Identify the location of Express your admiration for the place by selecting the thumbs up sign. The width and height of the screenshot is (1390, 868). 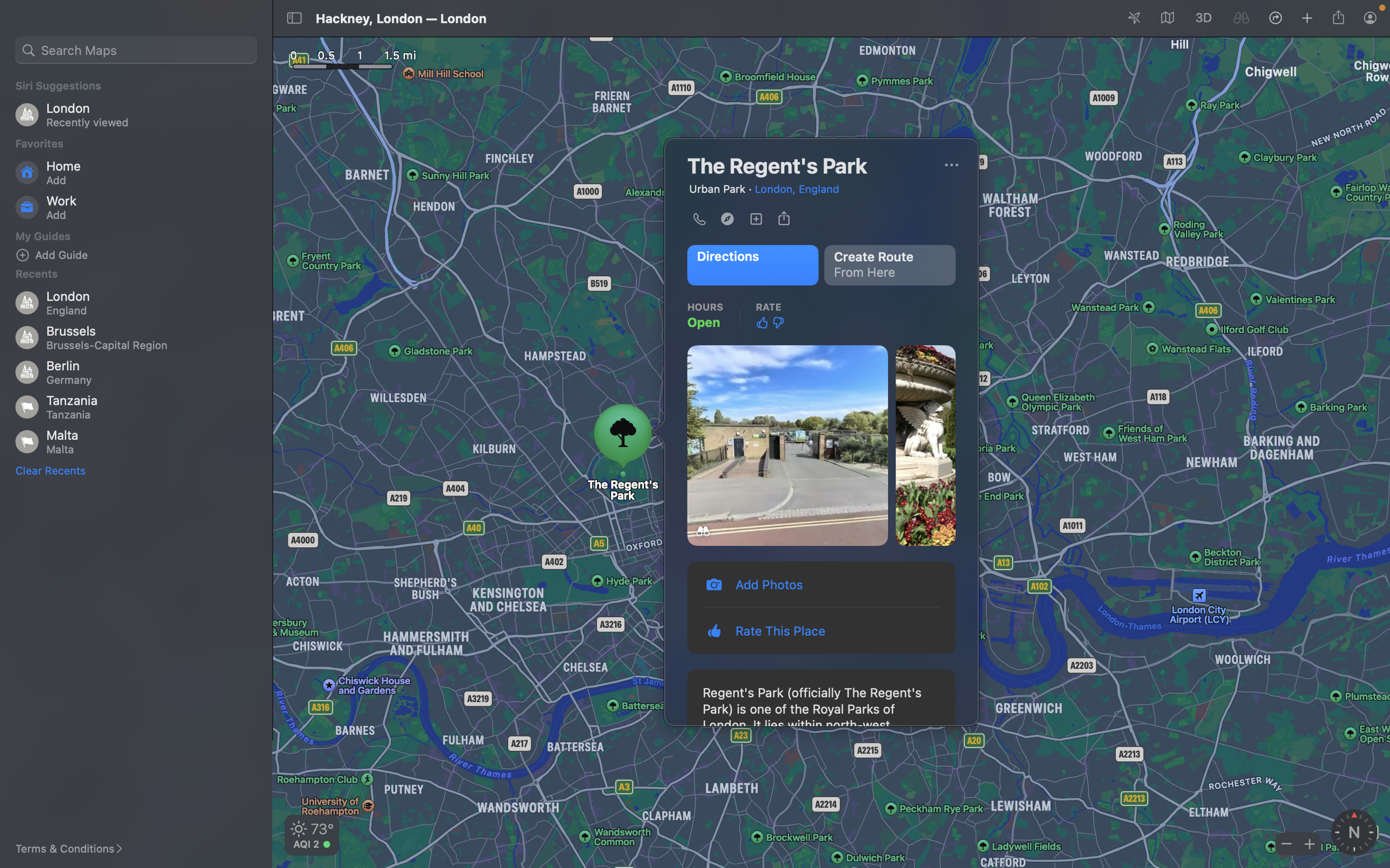
(762, 322).